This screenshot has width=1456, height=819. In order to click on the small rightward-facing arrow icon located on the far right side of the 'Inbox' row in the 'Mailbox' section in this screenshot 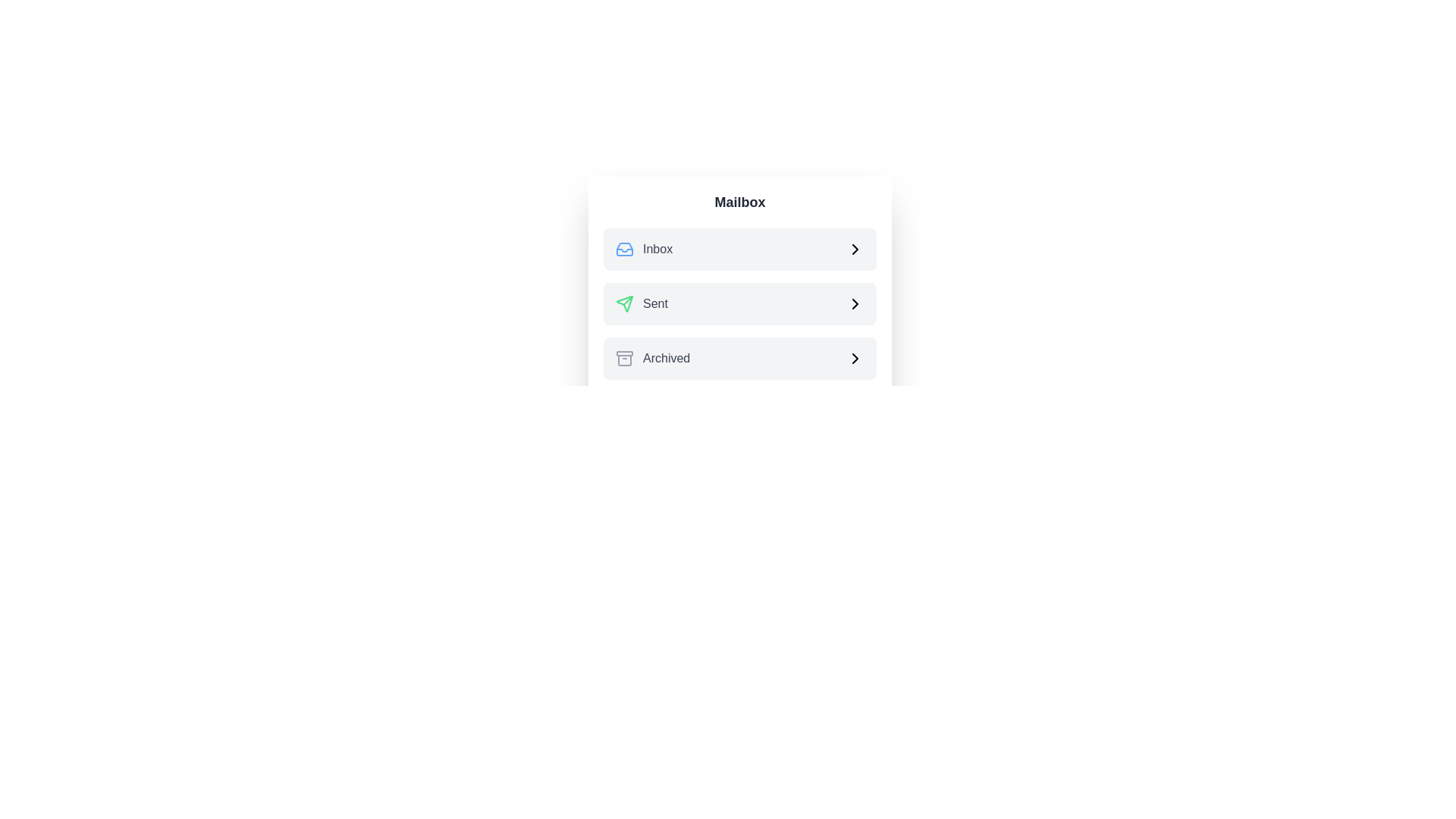, I will do `click(855, 248)`.